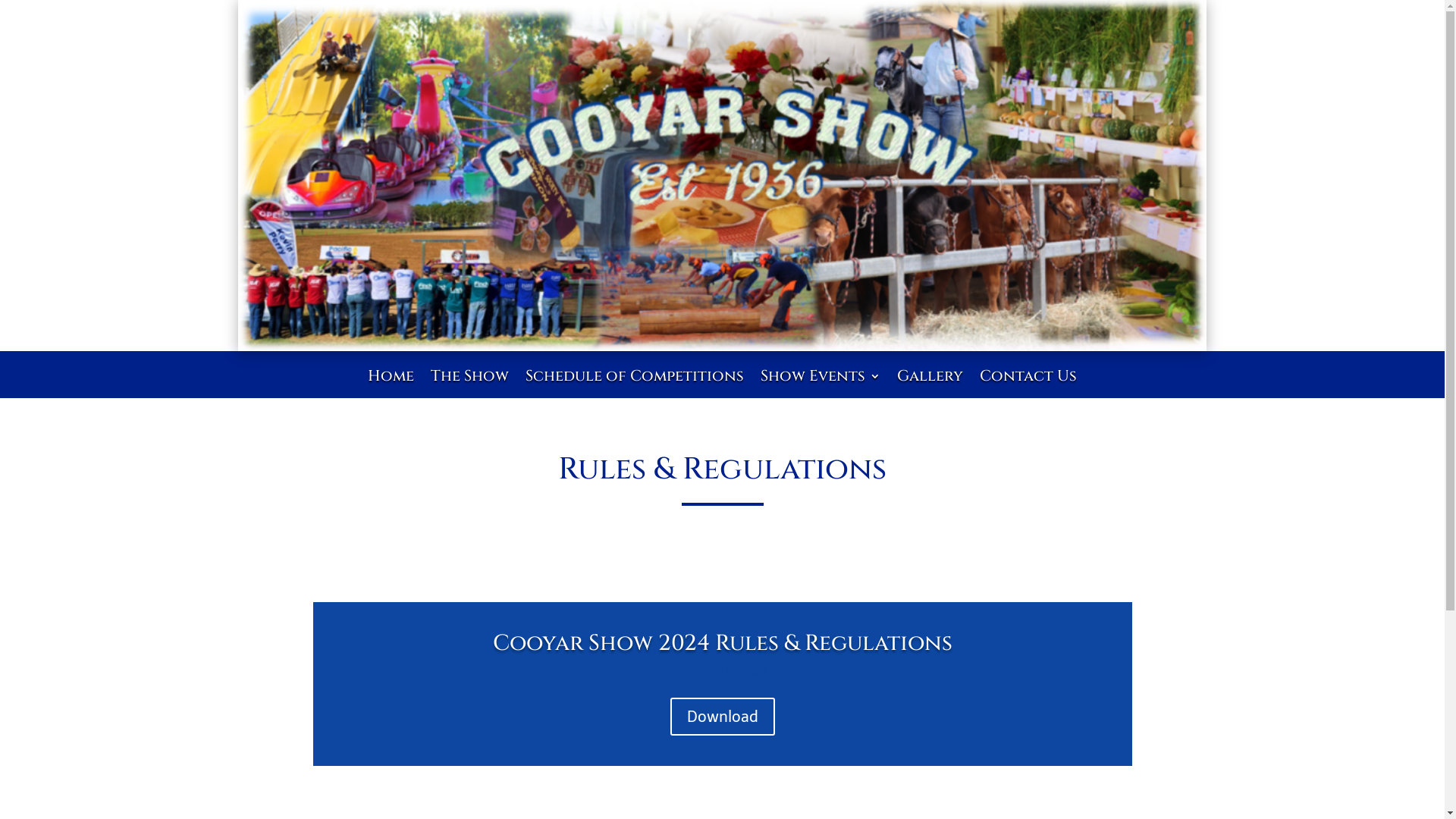 Image resolution: width=1456 pixels, height=819 pixels. What do you see at coordinates (469, 386) in the screenshot?
I see `'The Show'` at bounding box center [469, 386].